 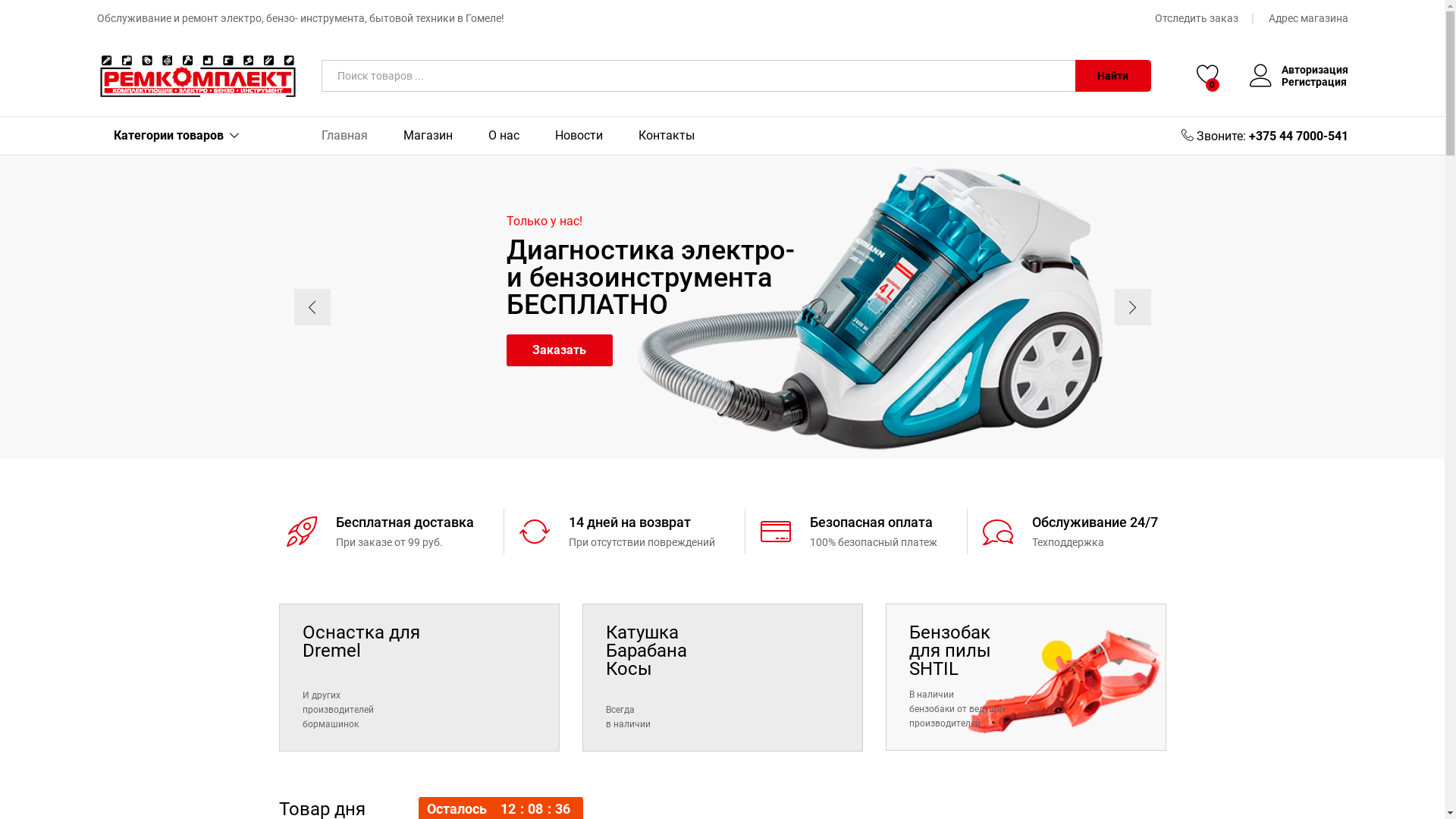 What do you see at coordinates (1207, 76) in the screenshot?
I see `'0'` at bounding box center [1207, 76].